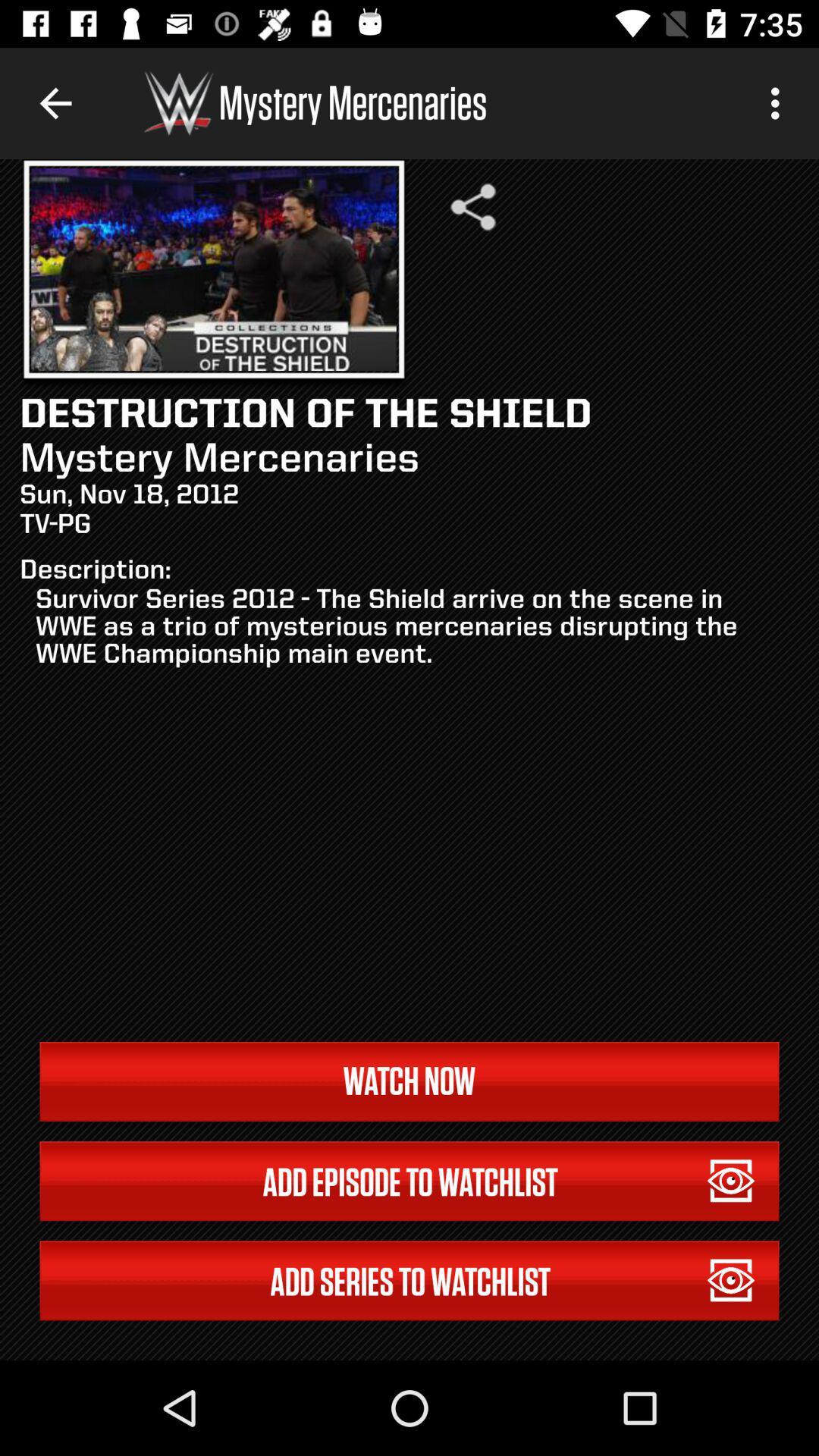 The image size is (819, 1456). I want to click on video sharing button, so click(472, 206).